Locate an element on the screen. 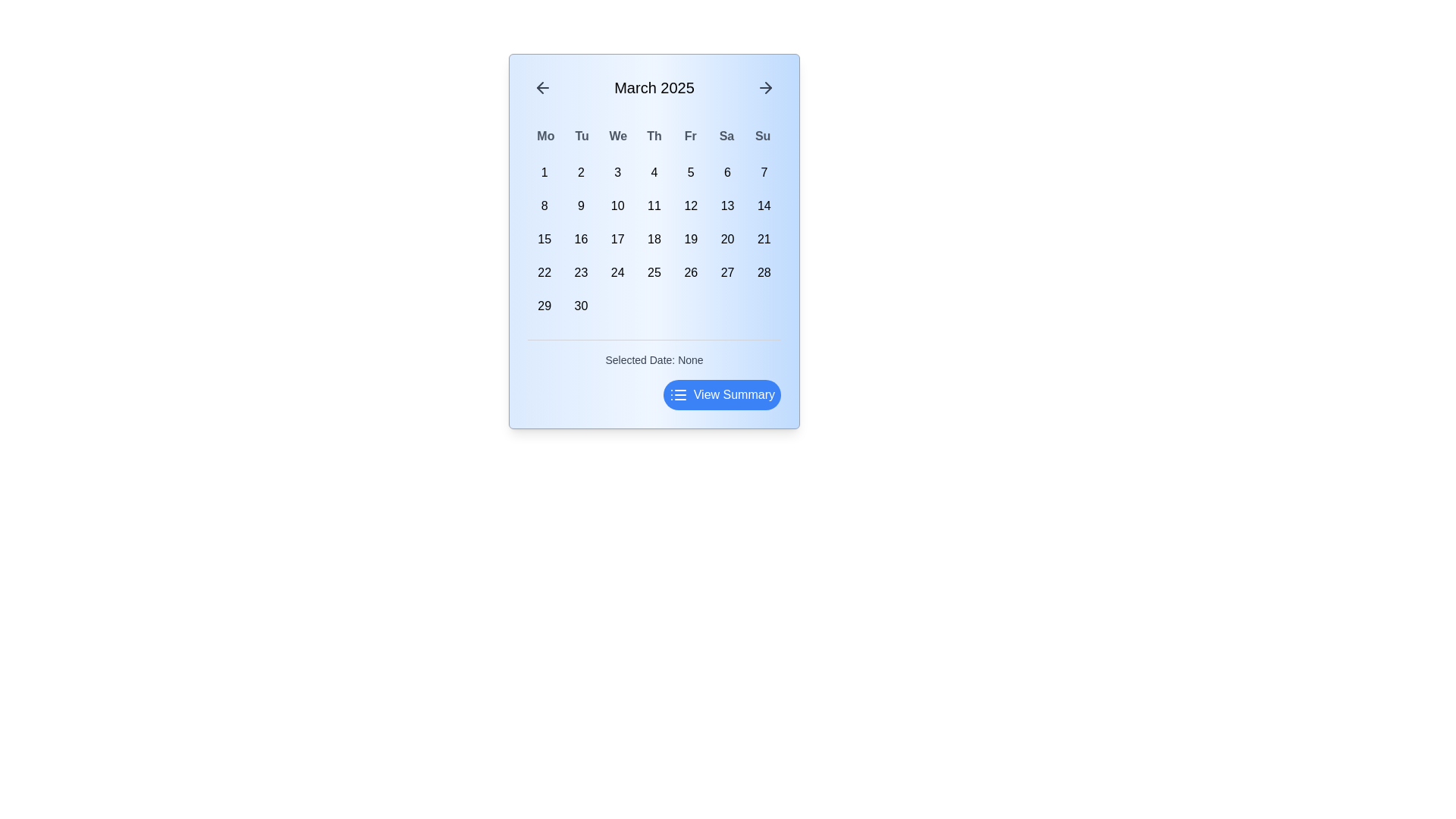  the blue rounded button labeled 'View Summary' located in the bottom-right corner of the calendar widget is located at coordinates (721, 394).